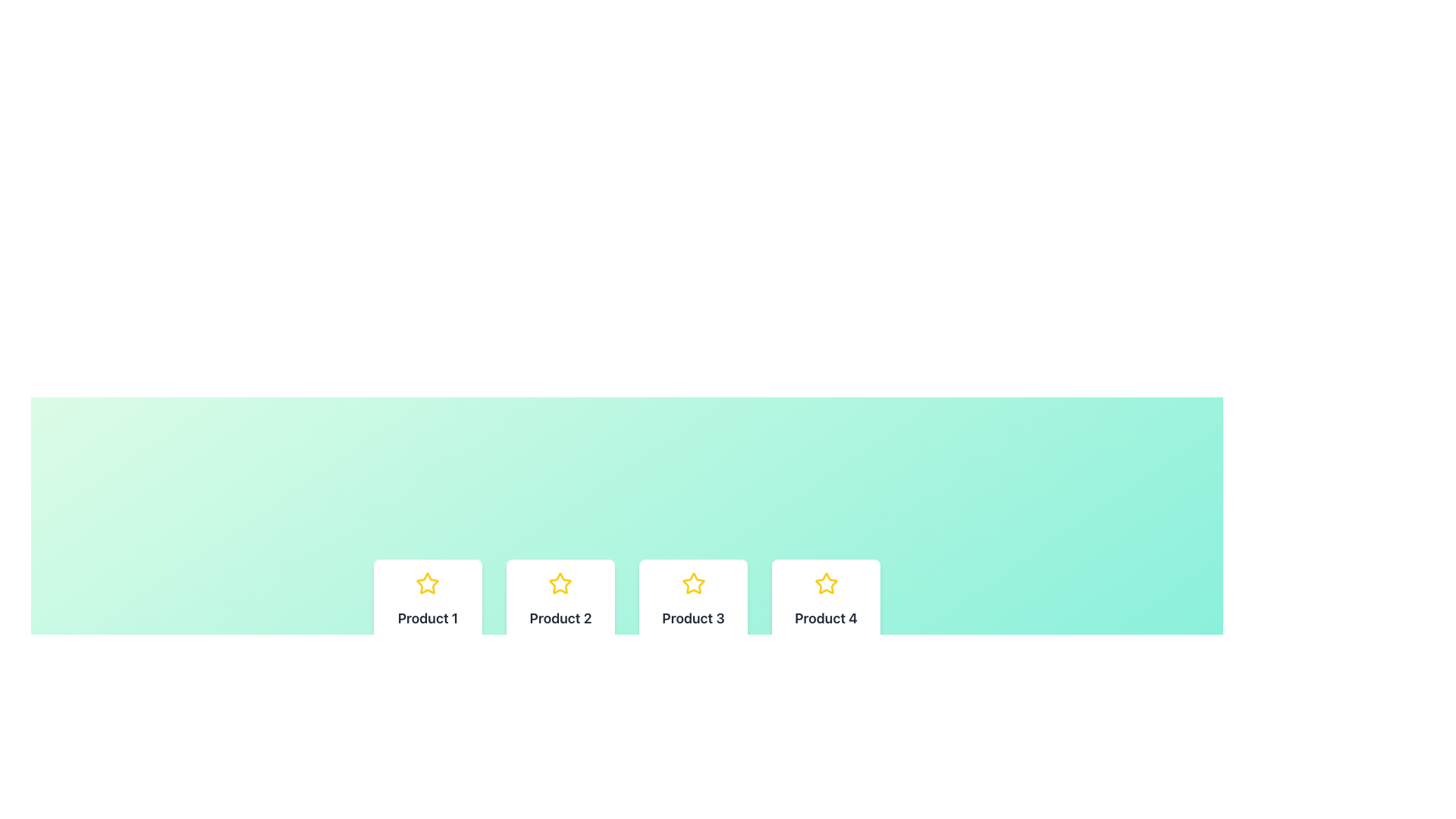 The image size is (1456, 819). What do you see at coordinates (692, 583) in the screenshot?
I see `the SVG graphic star shape rating icon for 'Product 3' located at the top-center section of its card by` at bounding box center [692, 583].